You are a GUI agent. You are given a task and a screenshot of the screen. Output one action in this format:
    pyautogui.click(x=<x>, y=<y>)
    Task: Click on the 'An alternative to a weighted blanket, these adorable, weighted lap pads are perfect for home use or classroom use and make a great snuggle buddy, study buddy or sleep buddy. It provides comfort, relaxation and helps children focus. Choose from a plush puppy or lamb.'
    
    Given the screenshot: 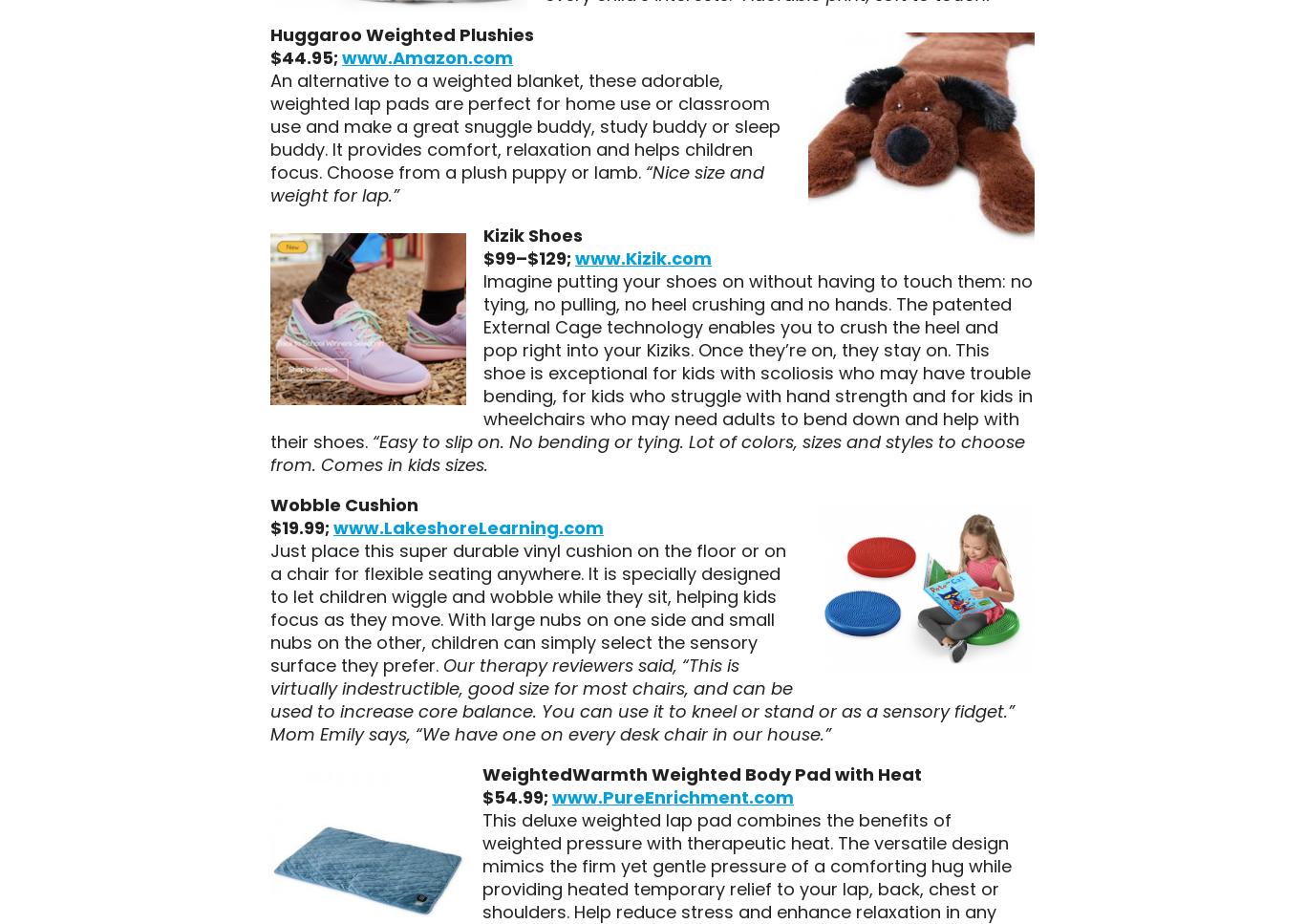 What is the action you would take?
    pyautogui.click(x=524, y=124)
    